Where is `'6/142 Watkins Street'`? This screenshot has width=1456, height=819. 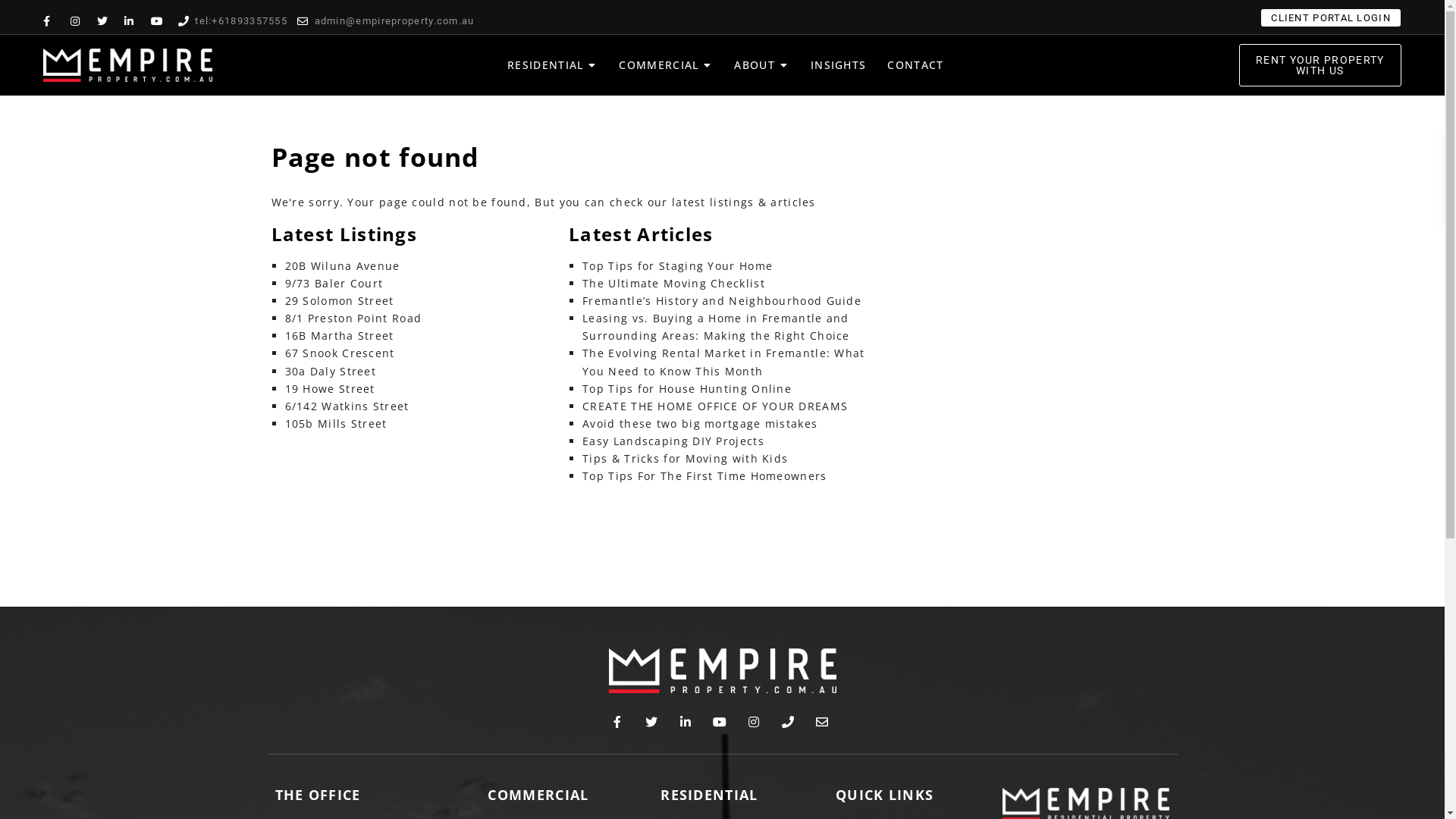 '6/142 Watkins Street' is located at coordinates (346, 405).